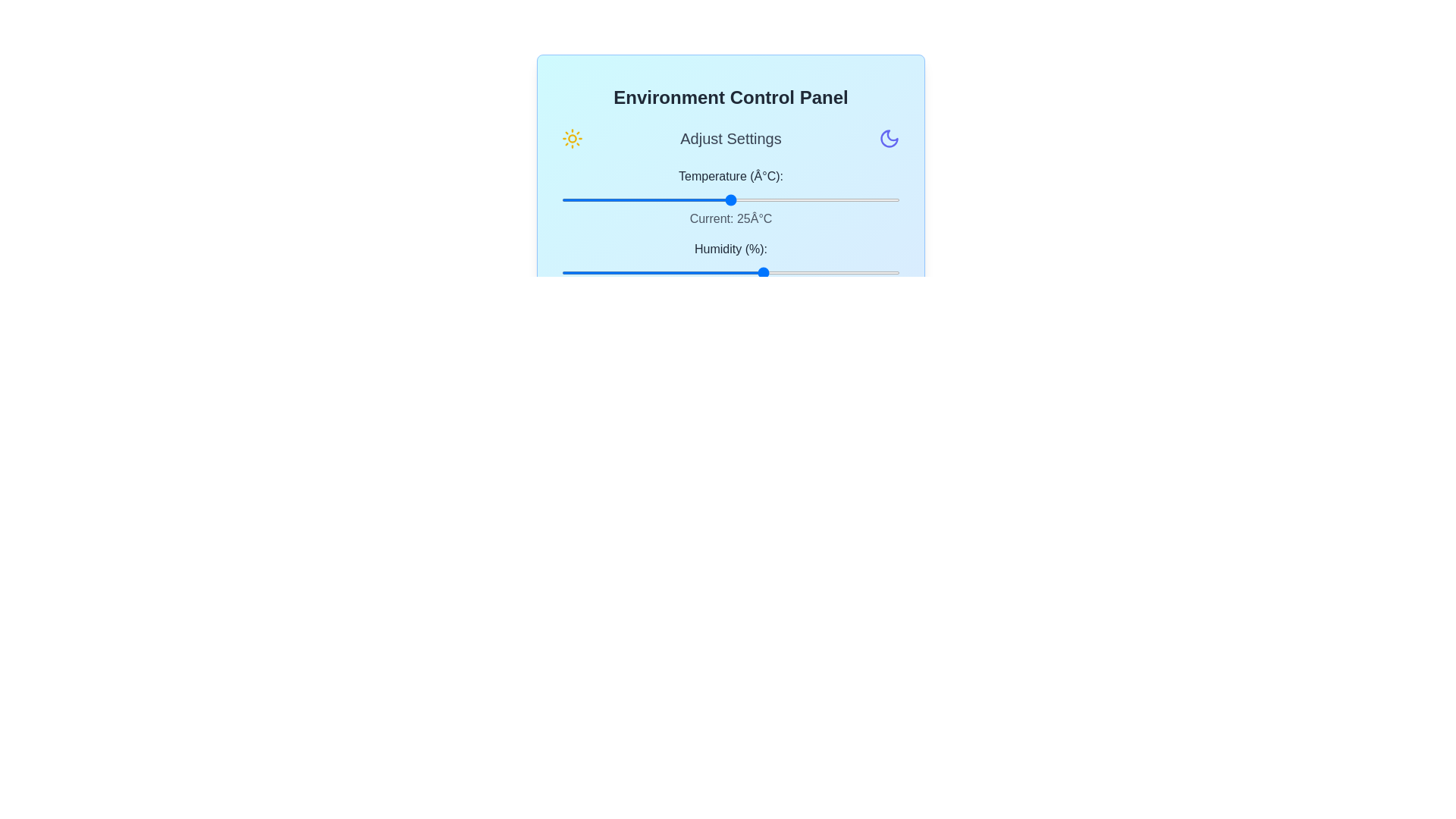 This screenshot has width=1456, height=819. I want to click on the temperature slider to set the temperature to 43°C, so click(852, 199).